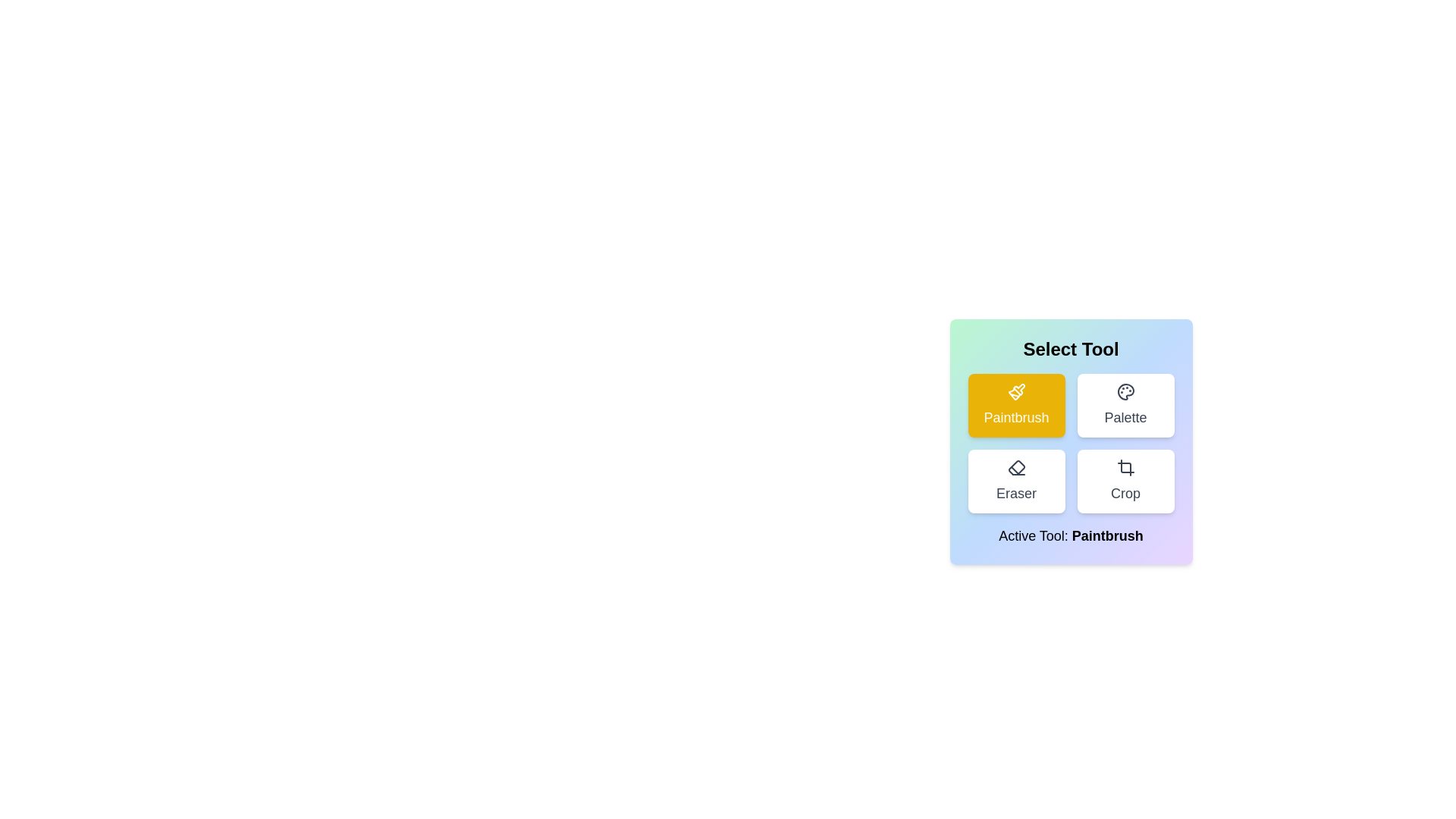 This screenshot has width=1456, height=819. I want to click on the Crop button to observe its hover effect, so click(1125, 482).